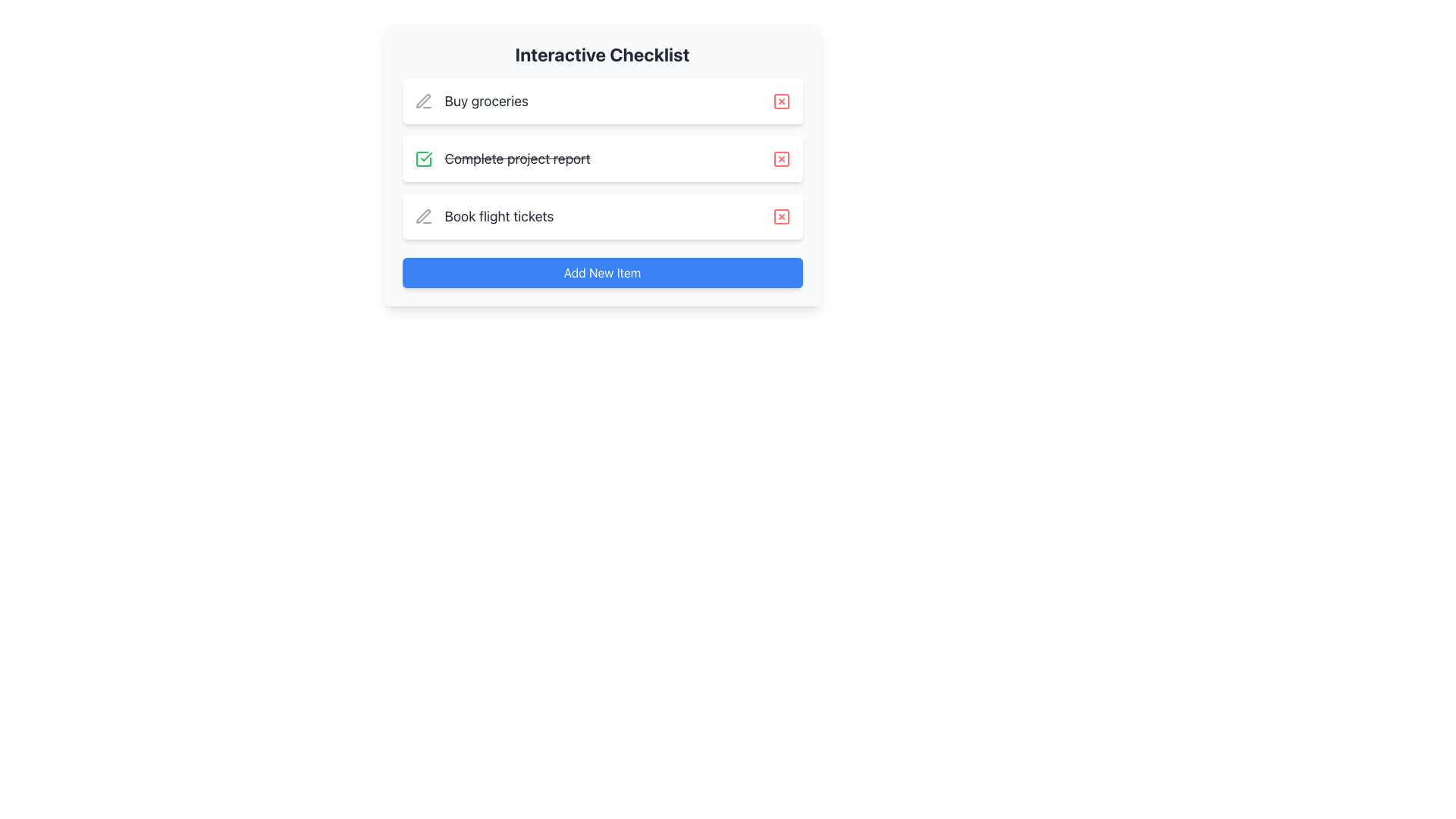  I want to click on the decorative SVG rectangle element that contributes to the cancel button design, located to the right of the 'Complete project report' list item, so click(781, 158).